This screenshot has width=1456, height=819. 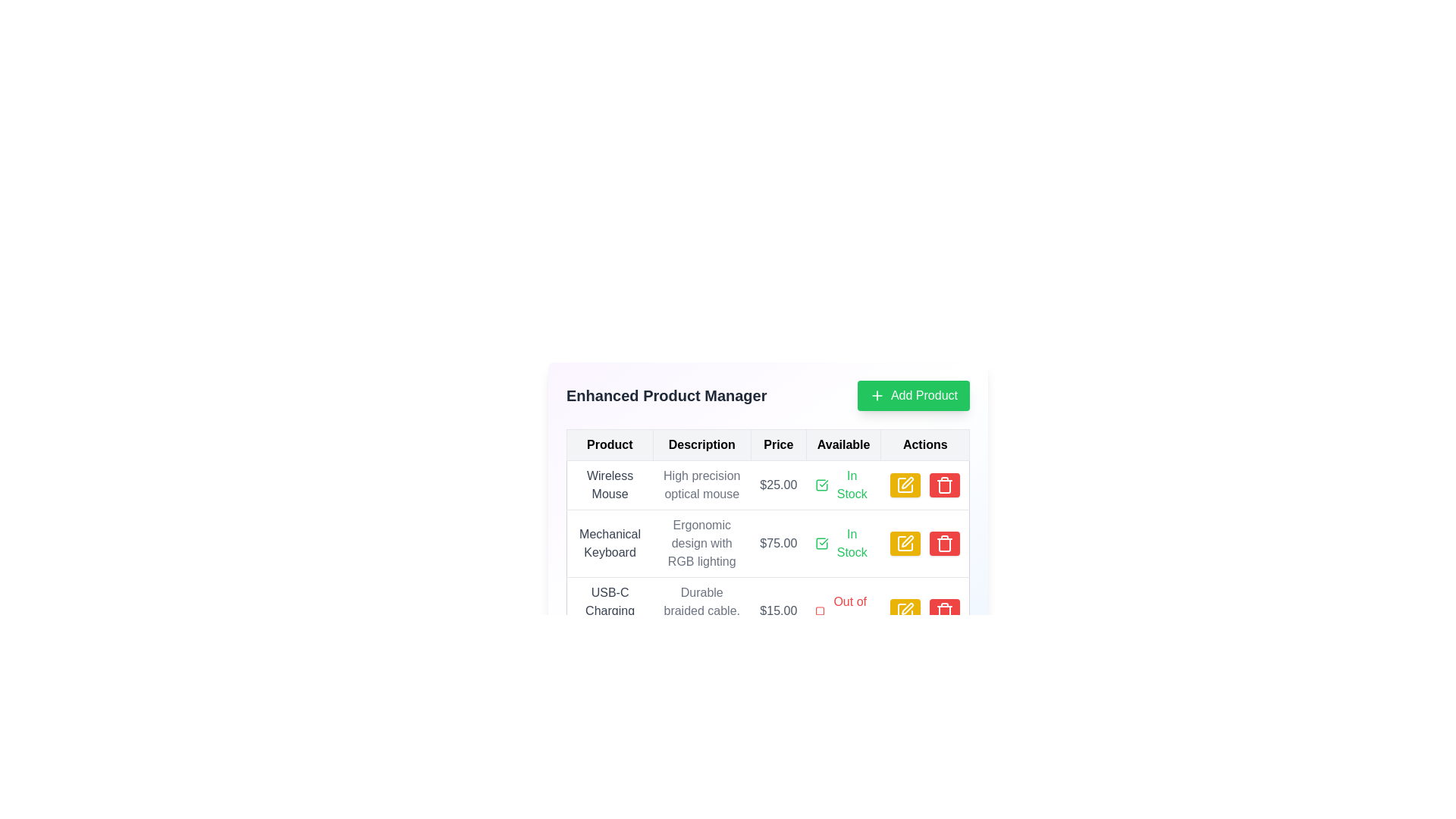 What do you see at coordinates (905, 543) in the screenshot?
I see `the yellow square icon button with a pen overlayed, located in the 'Actions' column of the second row in the product table` at bounding box center [905, 543].